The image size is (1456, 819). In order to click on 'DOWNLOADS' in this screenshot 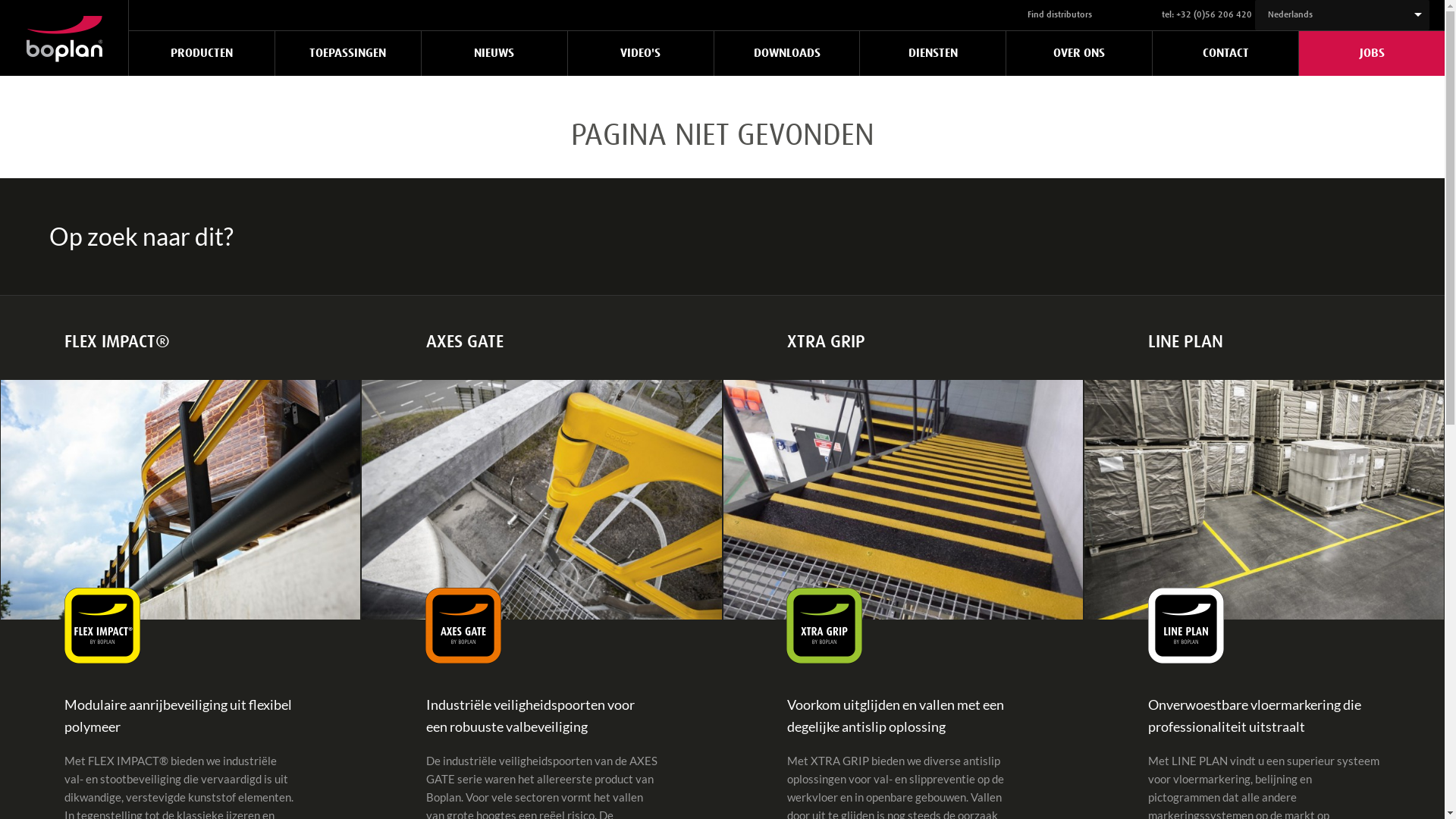, I will do `click(786, 52)`.